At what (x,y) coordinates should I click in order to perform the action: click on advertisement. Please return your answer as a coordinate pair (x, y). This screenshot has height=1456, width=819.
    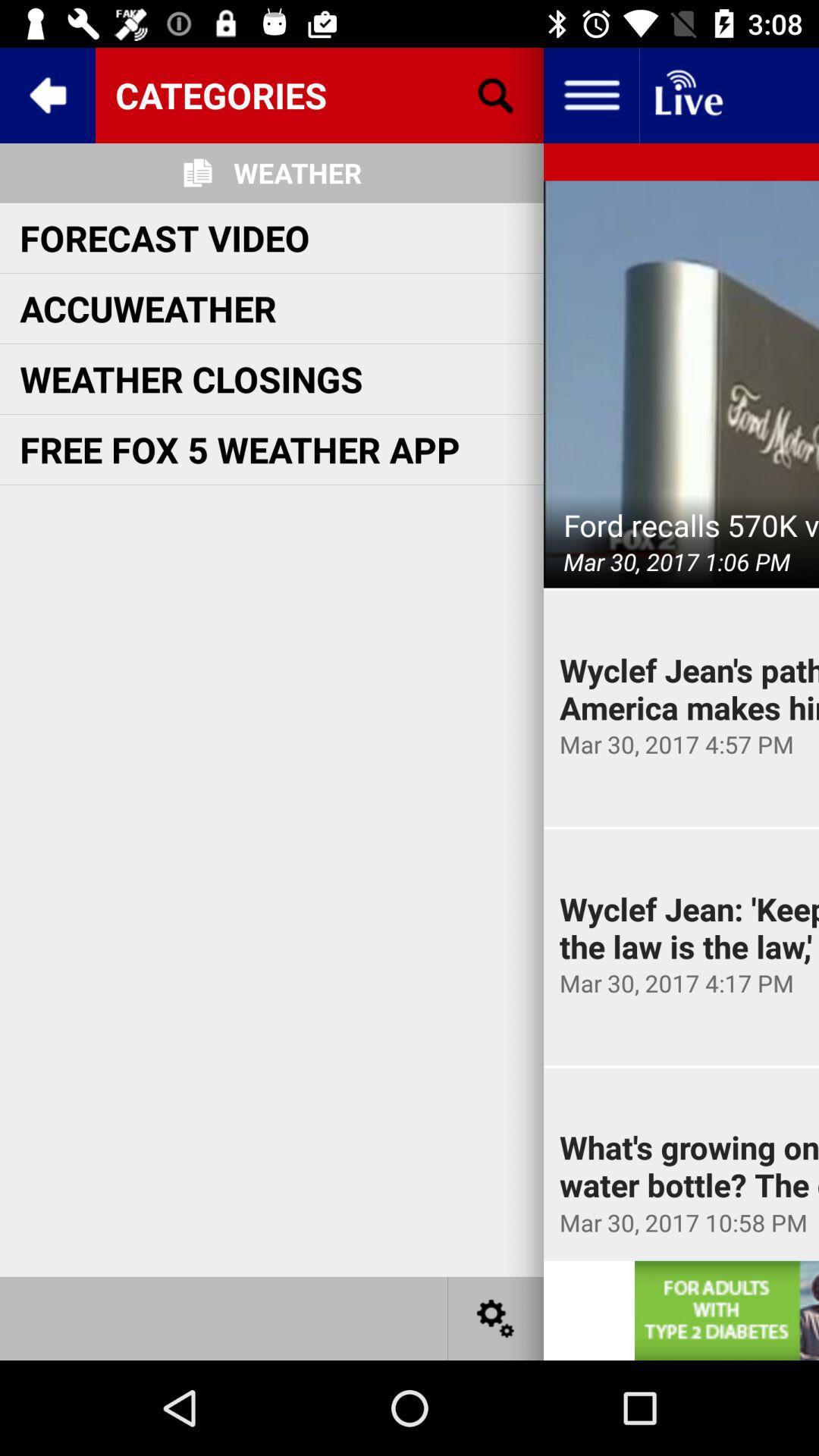
    Looking at the image, I should click on (726, 1310).